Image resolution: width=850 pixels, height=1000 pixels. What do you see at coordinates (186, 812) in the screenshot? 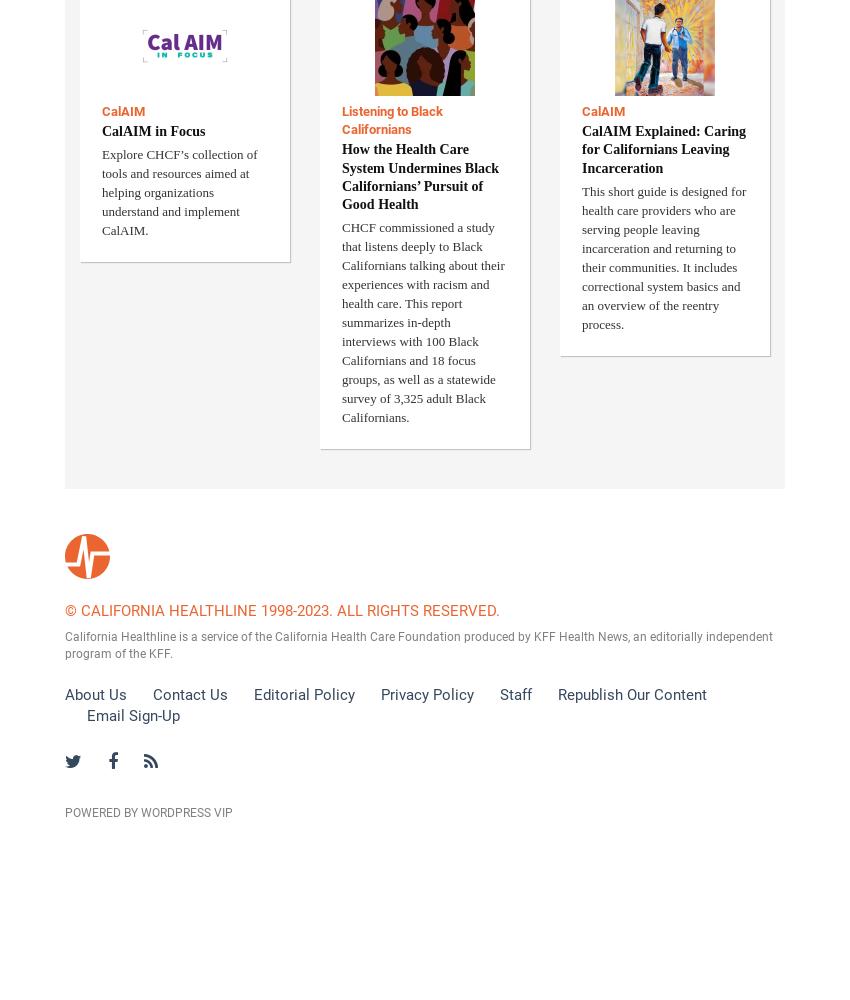
I see `'WordPress VIP'` at bounding box center [186, 812].